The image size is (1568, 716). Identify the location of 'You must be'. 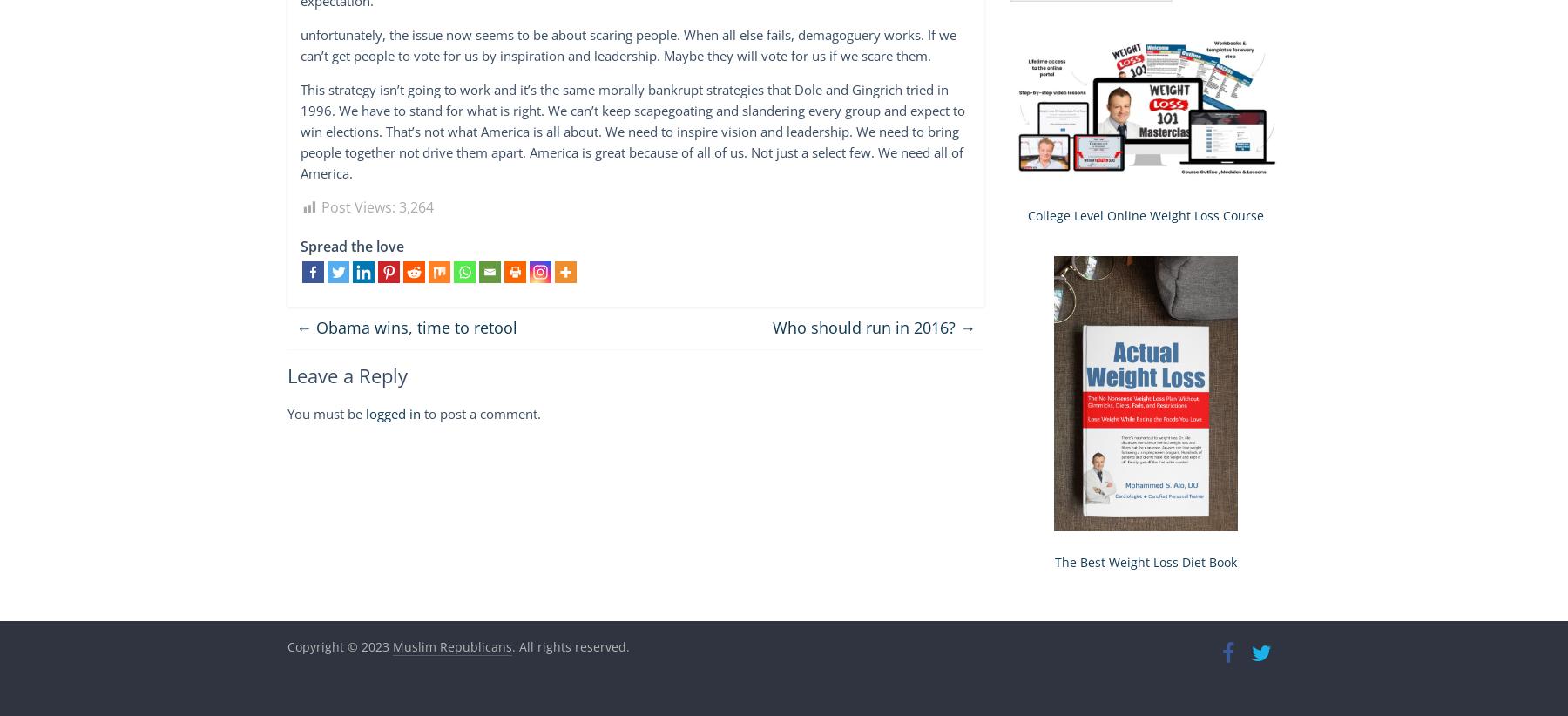
(326, 412).